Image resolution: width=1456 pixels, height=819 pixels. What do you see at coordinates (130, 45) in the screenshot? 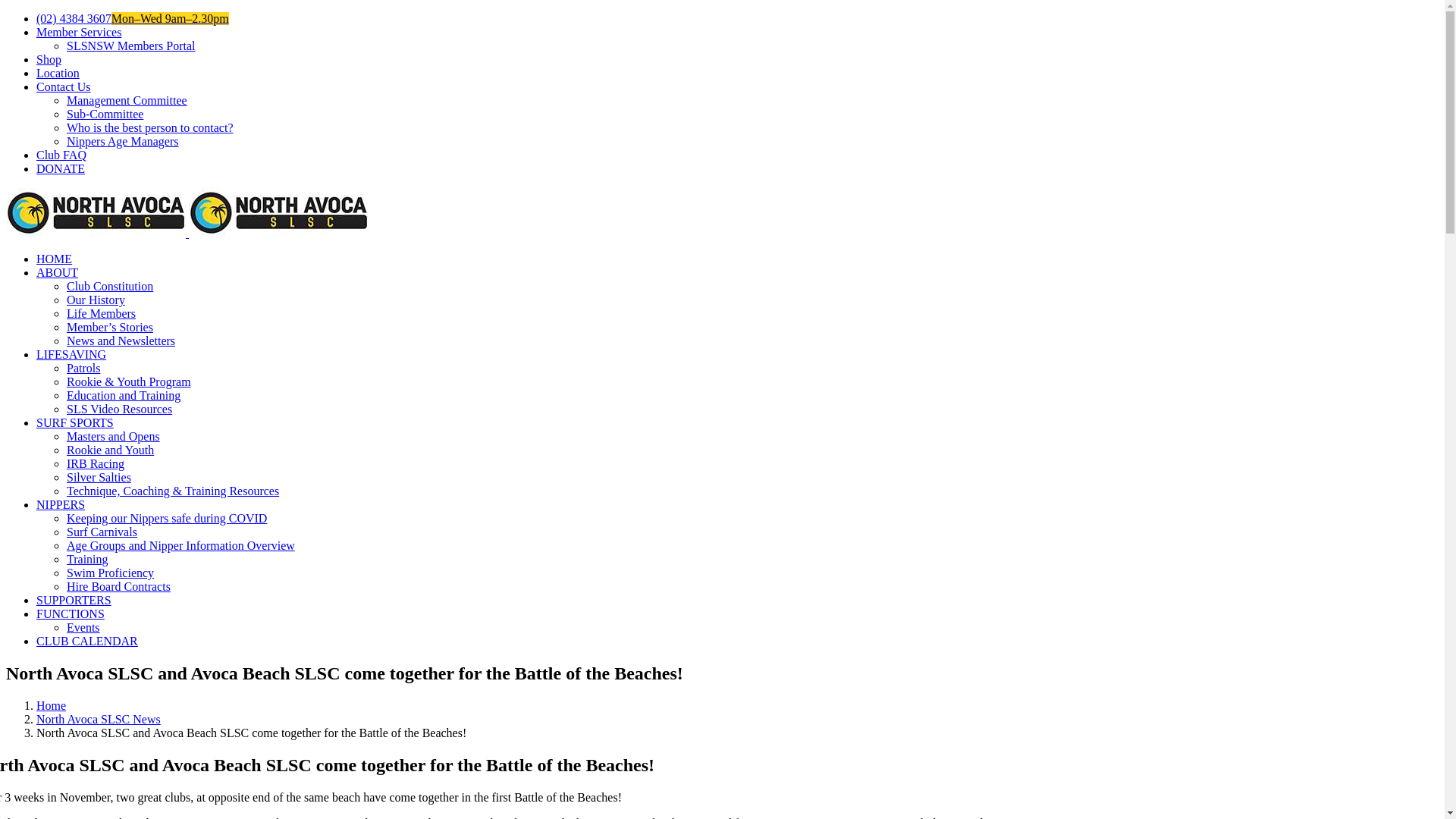
I see `'SLSNSW Members Portal'` at bounding box center [130, 45].